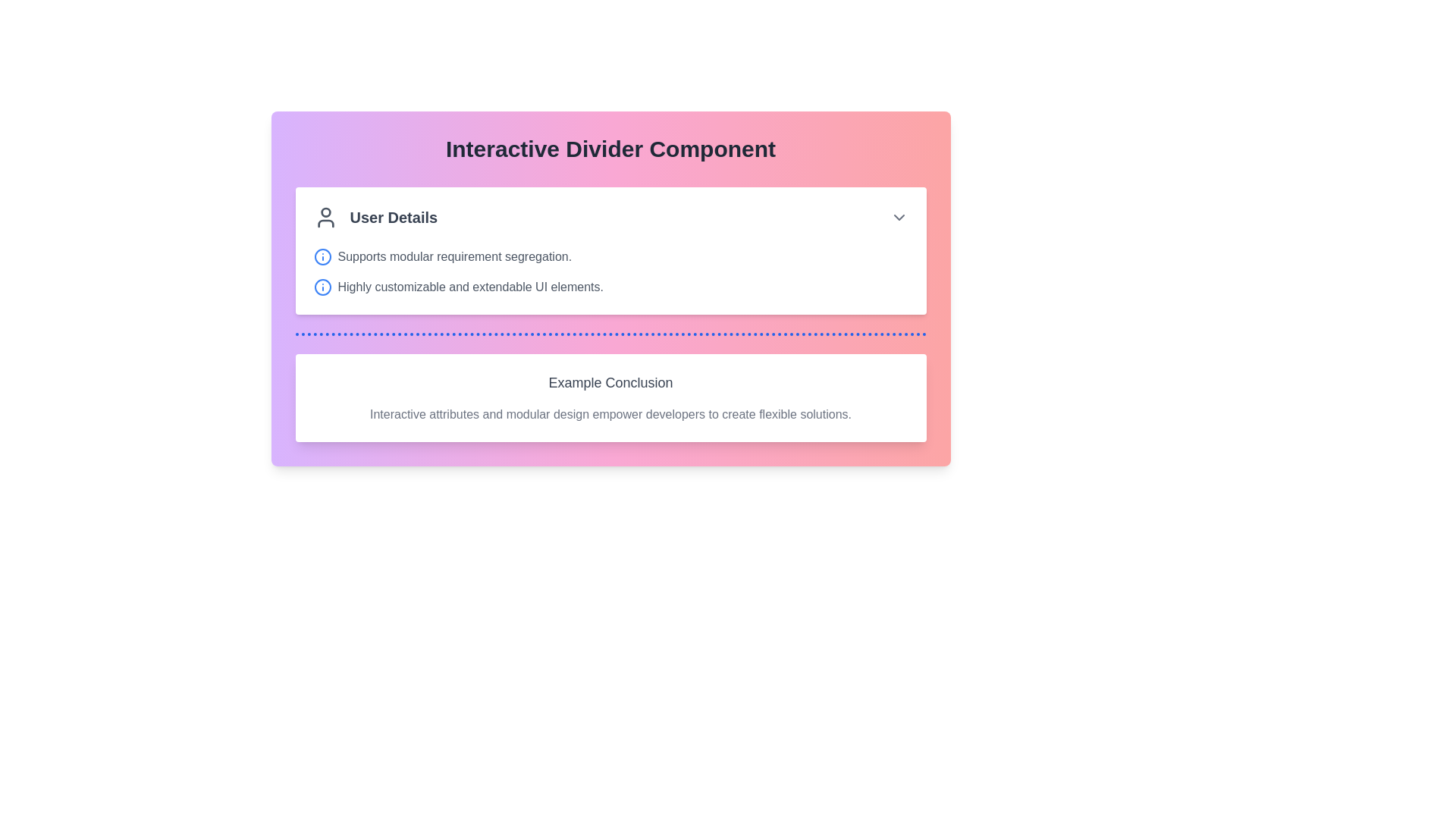  Describe the element at coordinates (469, 287) in the screenshot. I see `text label that says 'Highly customizable and extendable UI elements.' which is styled in gray and located next to a blue info icon within a card under the title 'Interactive Divider Component.'` at that location.